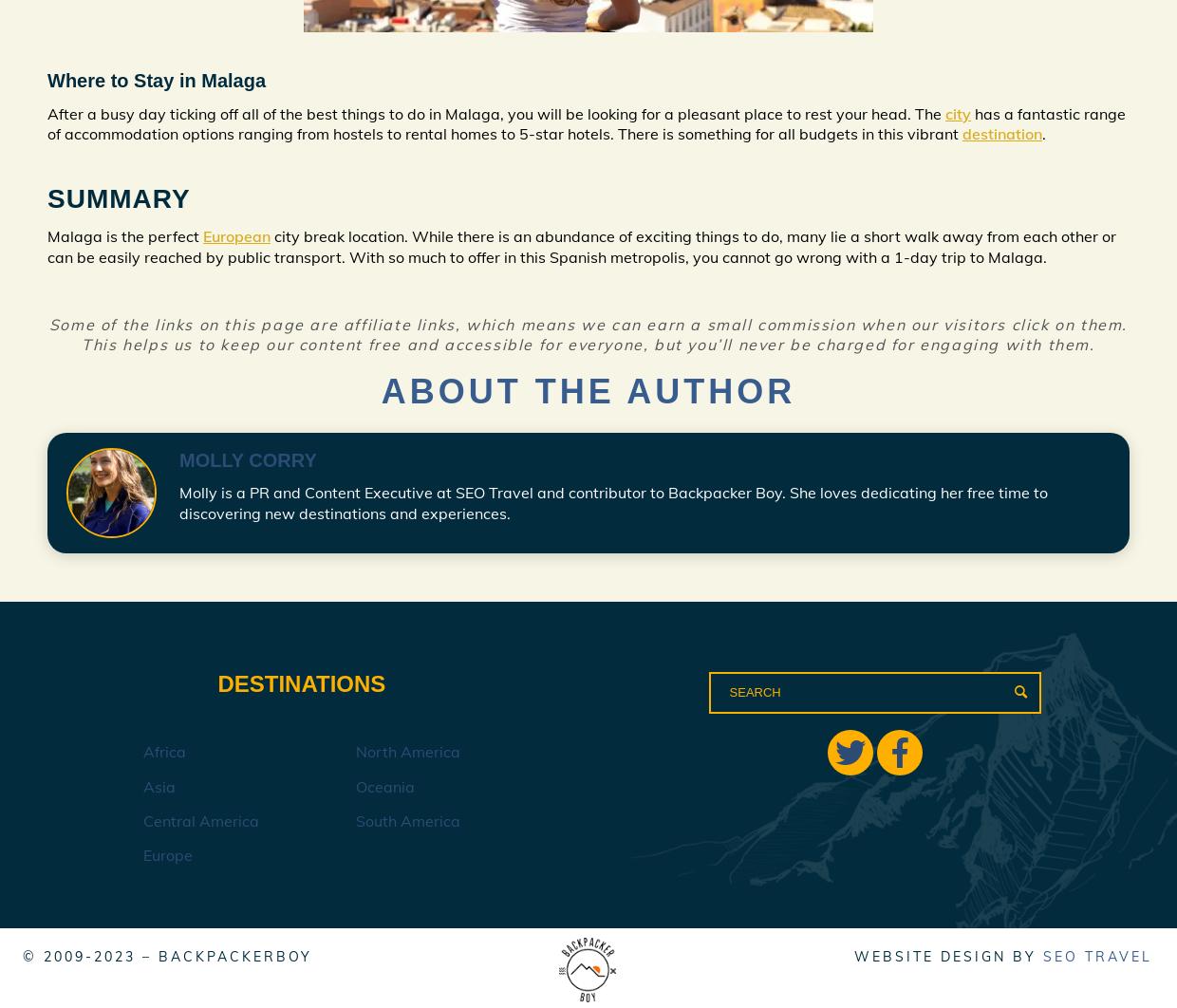 This screenshot has width=1177, height=1008. I want to click on '.', so click(1044, 134).